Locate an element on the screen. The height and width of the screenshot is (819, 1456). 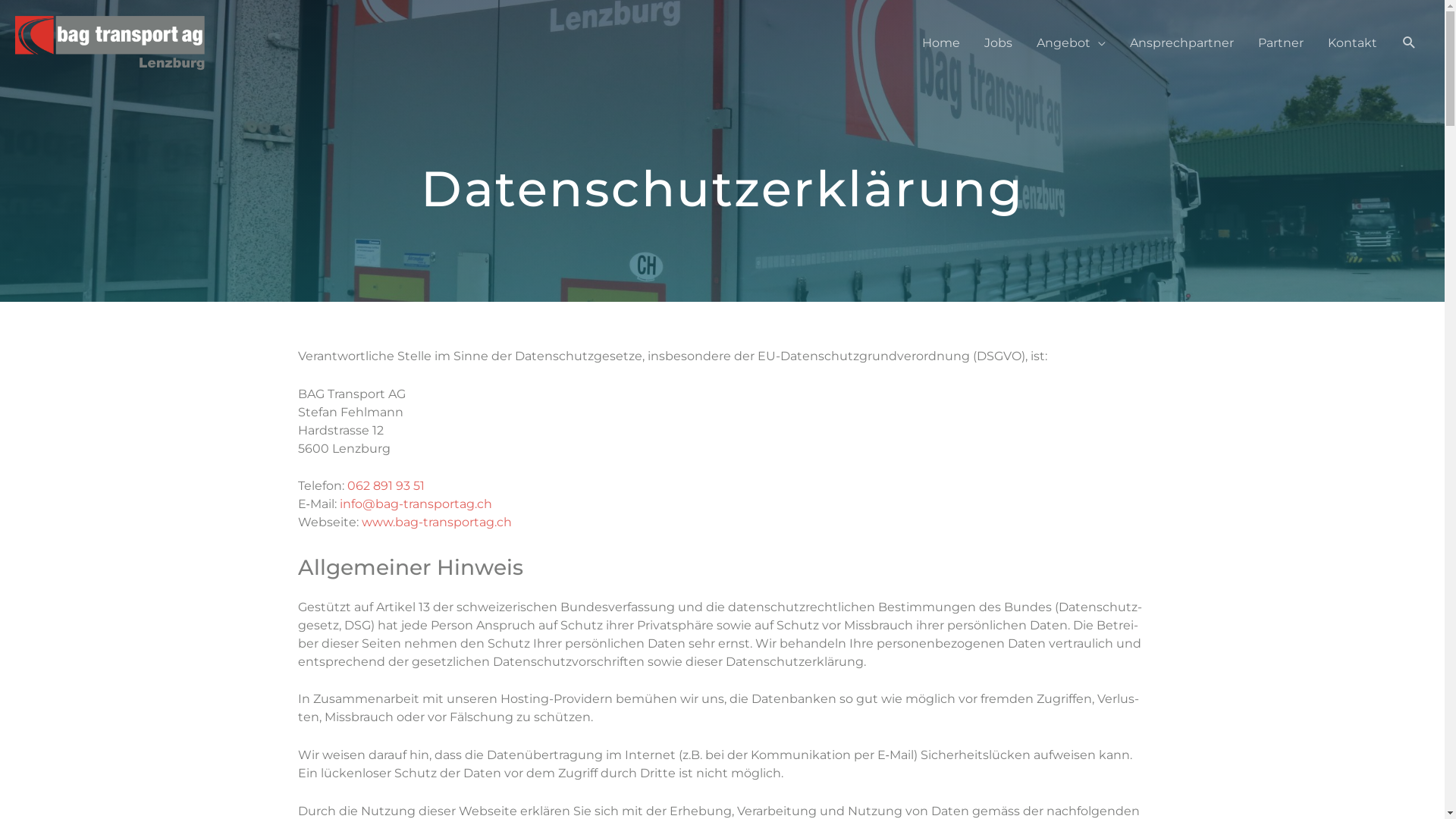
'062 891 93 51' is located at coordinates (346, 485).